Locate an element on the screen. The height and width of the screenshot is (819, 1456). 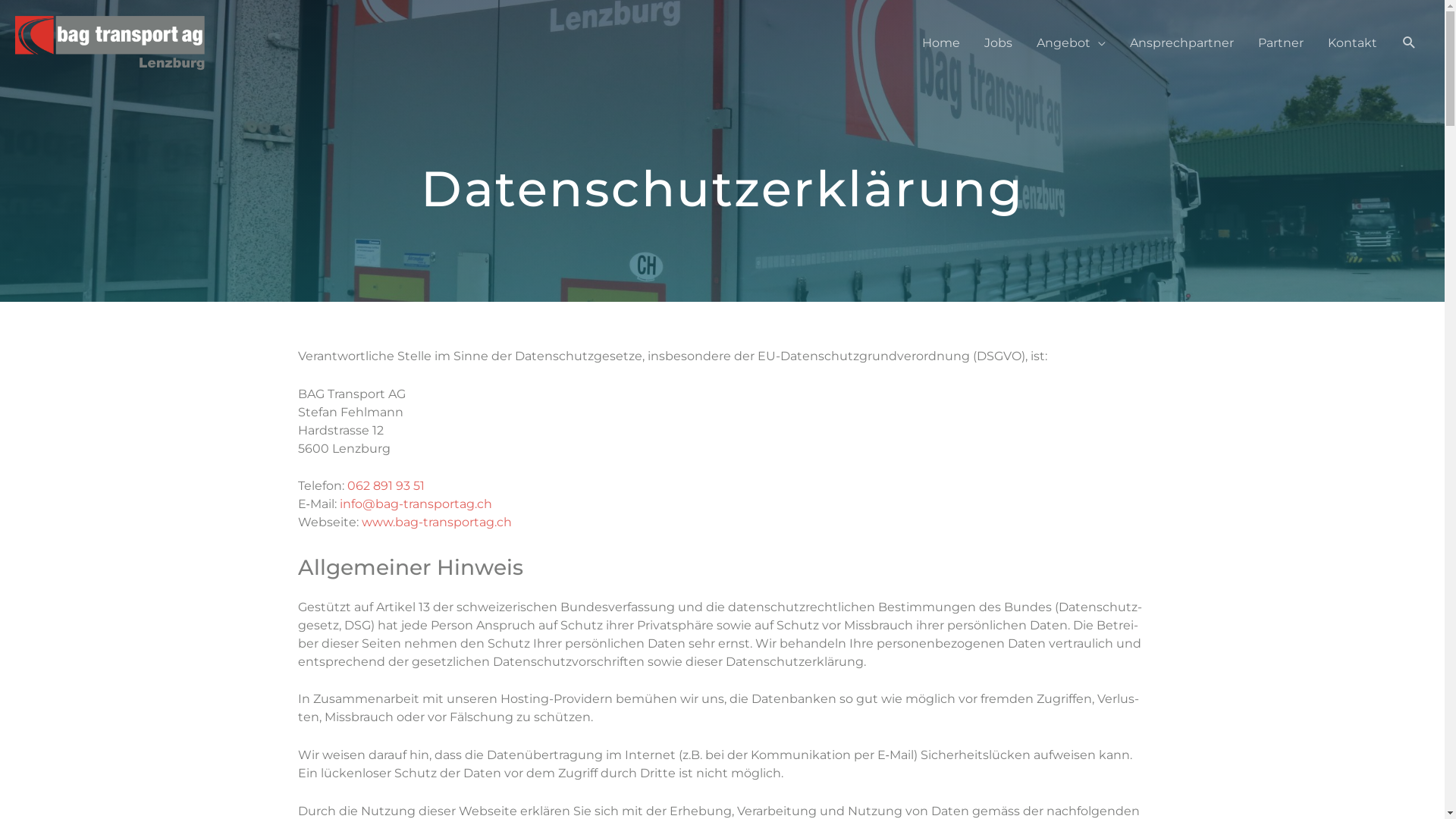
'062 891 93 51' is located at coordinates (346, 485).